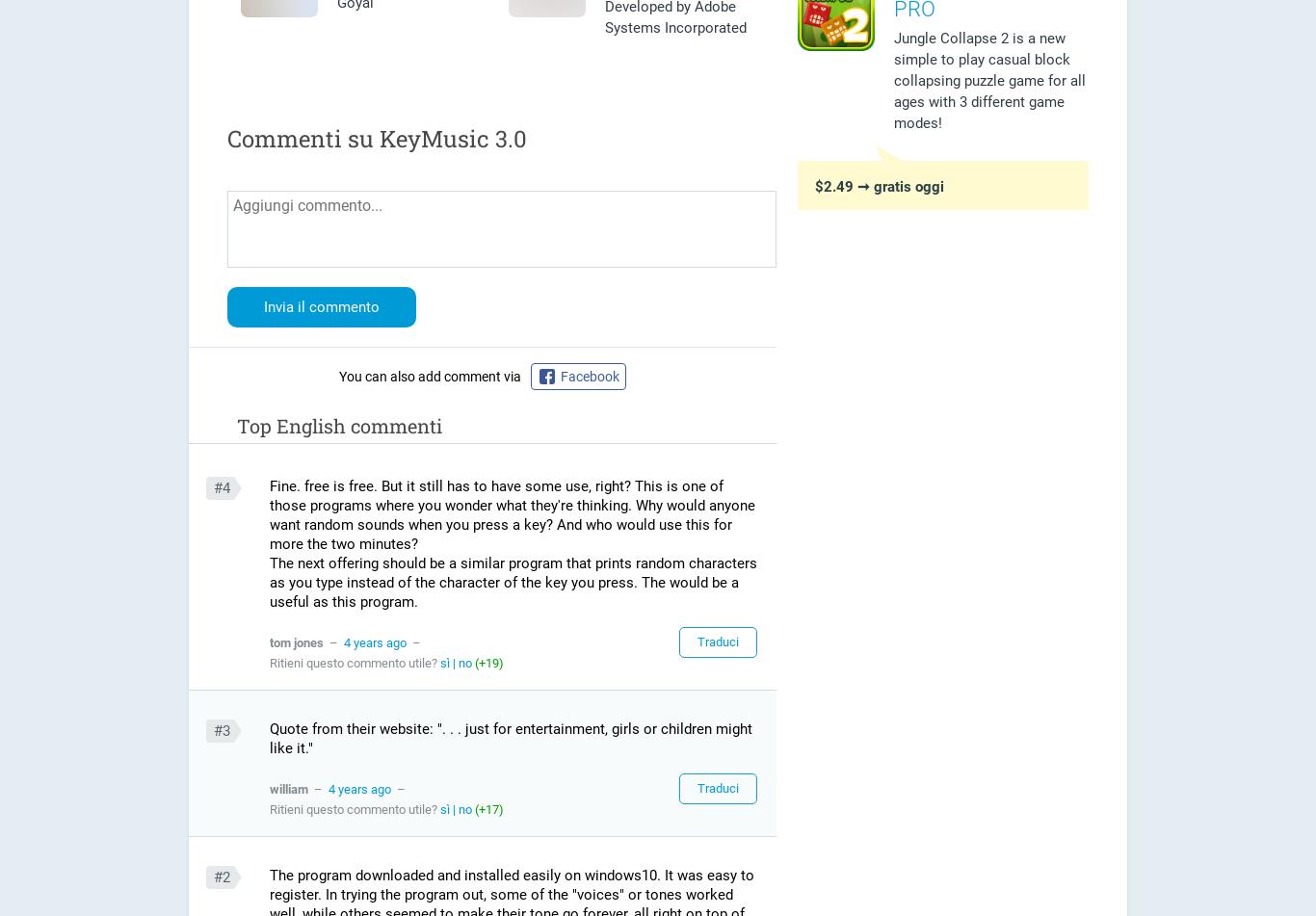 This screenshot has width=1316, height=916. What do you see at coordinates (392, 426) in the screenshot?
I see `'commenti'` at bounding box center [392, 426].